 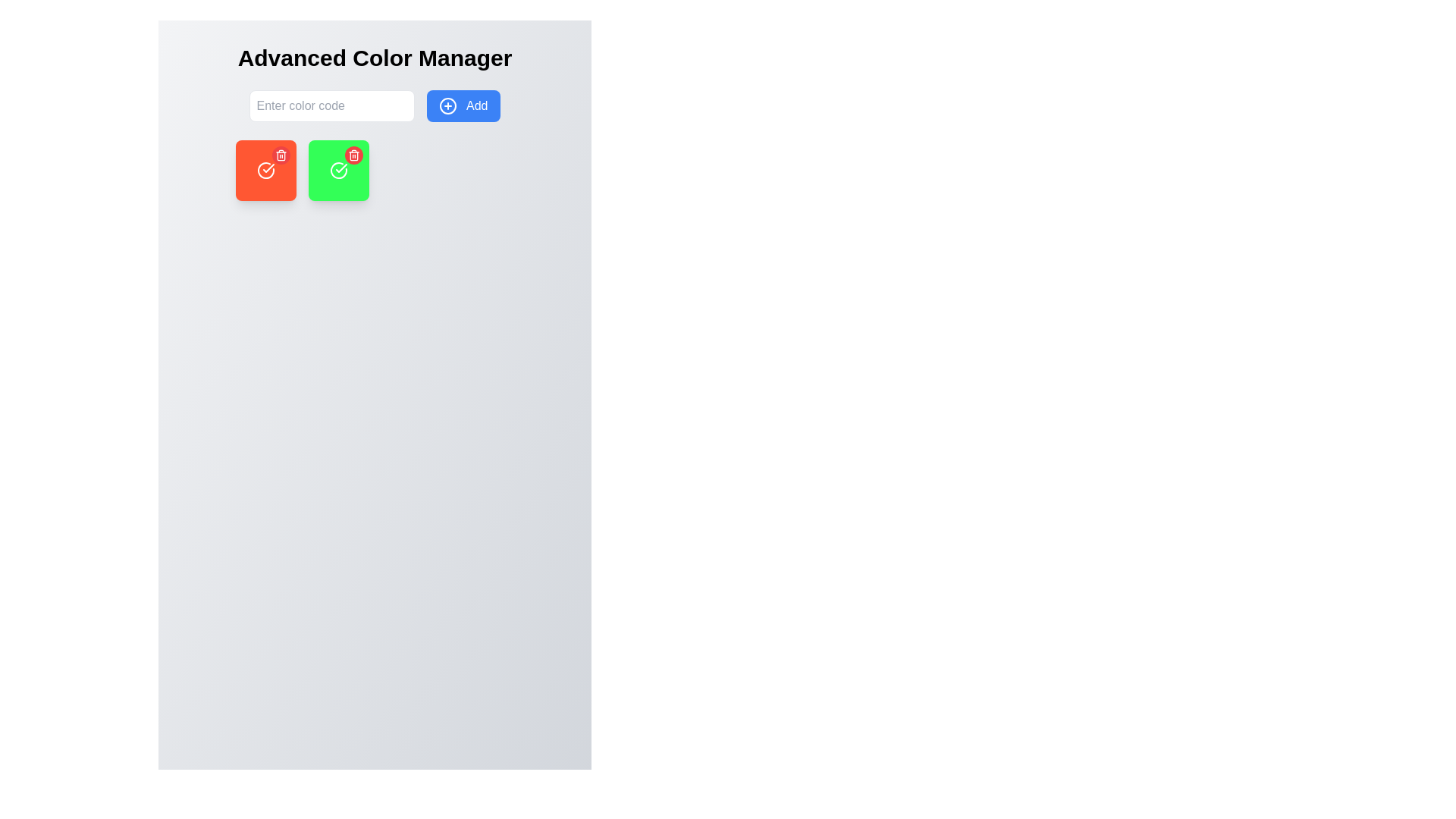 What do you see at coordinates (281, 155) in the screenshot?
I see `the delete button located at the top-right corner of the red square panel on the left side of the interface, below the input field and 'Add' button` at bounding box center [281, 155].